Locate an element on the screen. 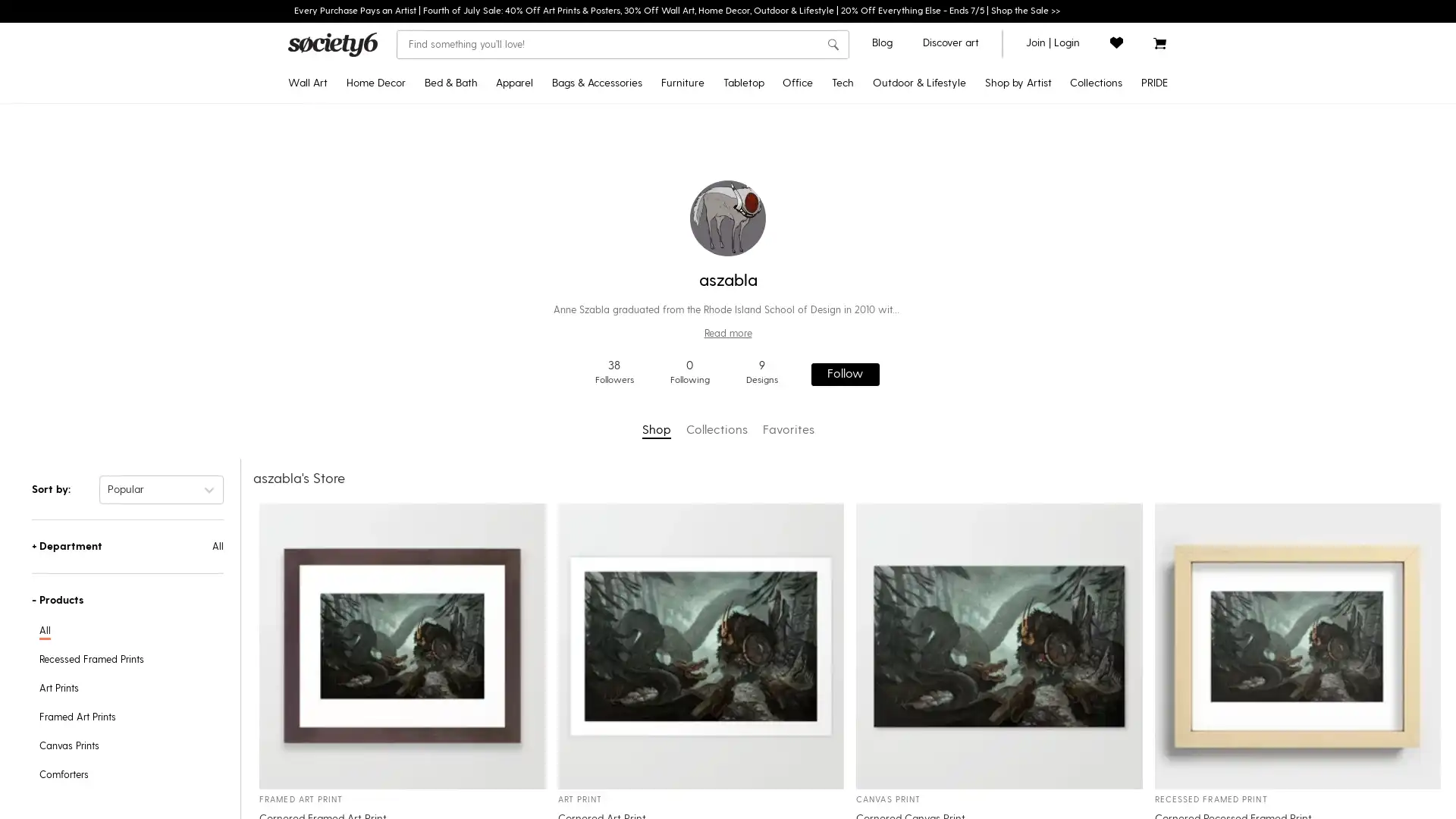 Image resolution: width=1456 pixels, height=819 pixels. Sling Chairs is located at coordinates (939, 391).